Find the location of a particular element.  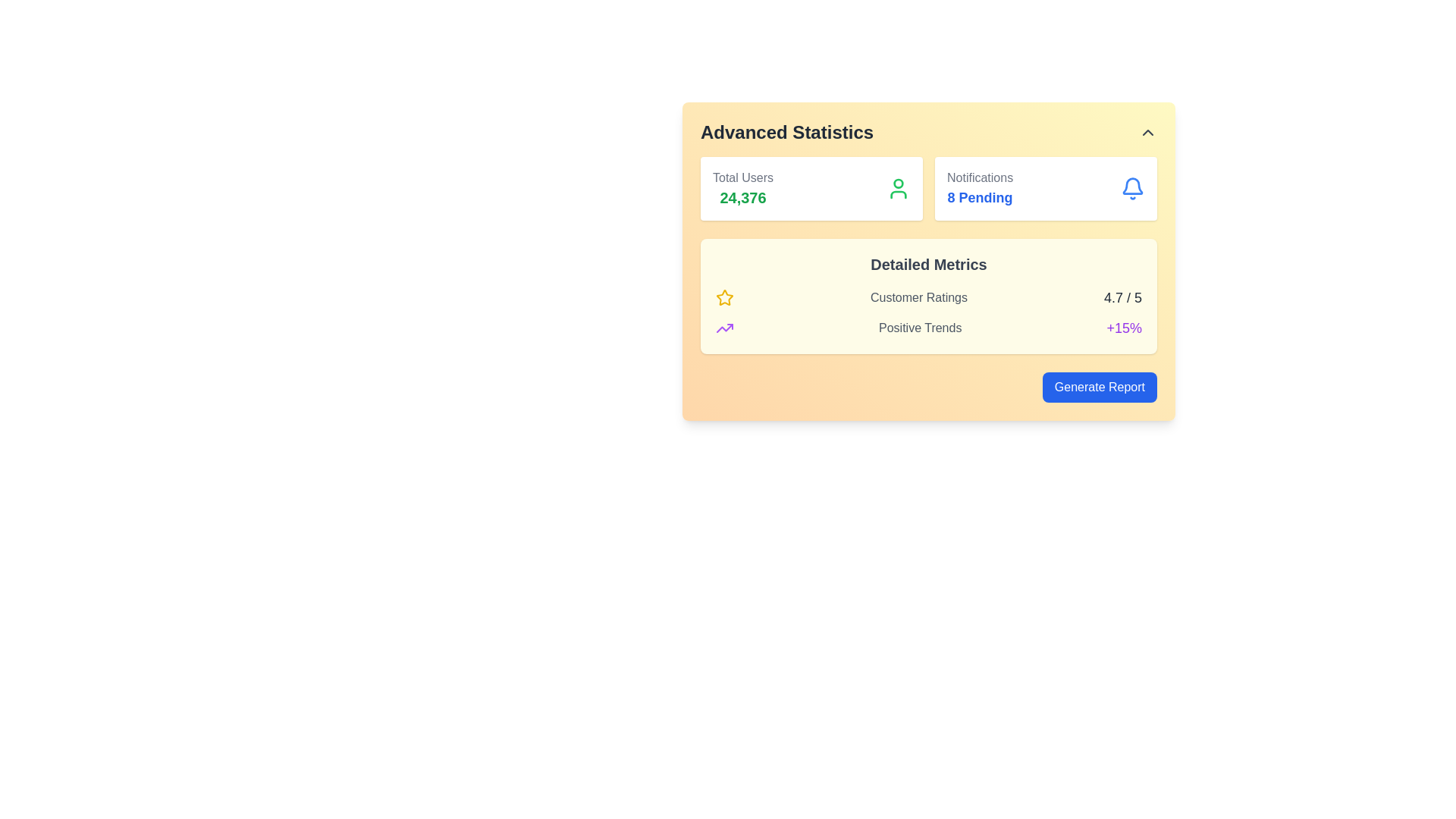

the semi-circular user icon located in the 'Total Users' section of the statistics card, which has a green tint and is positioned above the number '24,376' is located at coordinates (899, 194).